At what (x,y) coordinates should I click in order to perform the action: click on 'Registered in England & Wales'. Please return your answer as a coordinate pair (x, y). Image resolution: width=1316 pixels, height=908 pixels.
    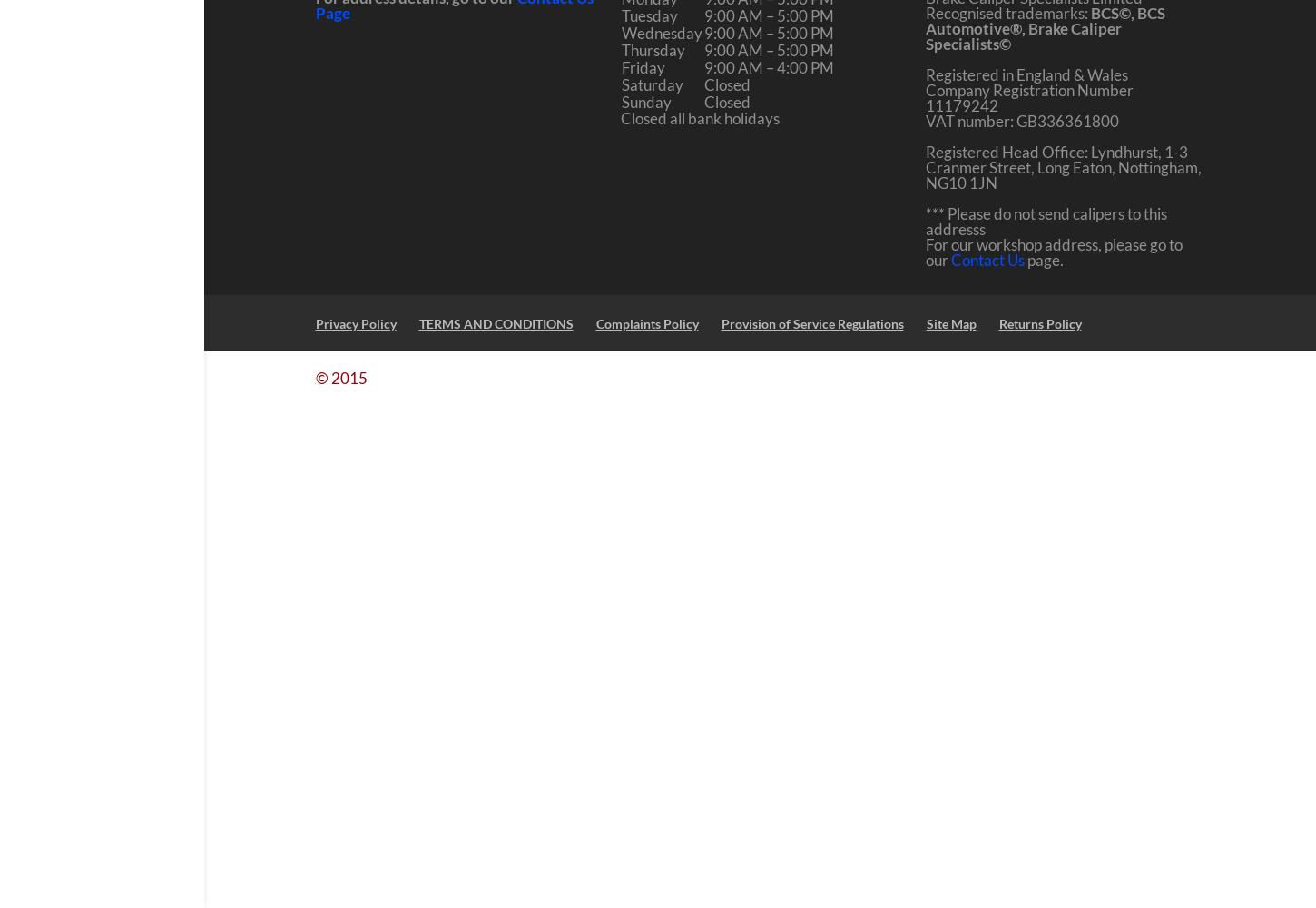
    Looking at the image, I should click on (925, 74).